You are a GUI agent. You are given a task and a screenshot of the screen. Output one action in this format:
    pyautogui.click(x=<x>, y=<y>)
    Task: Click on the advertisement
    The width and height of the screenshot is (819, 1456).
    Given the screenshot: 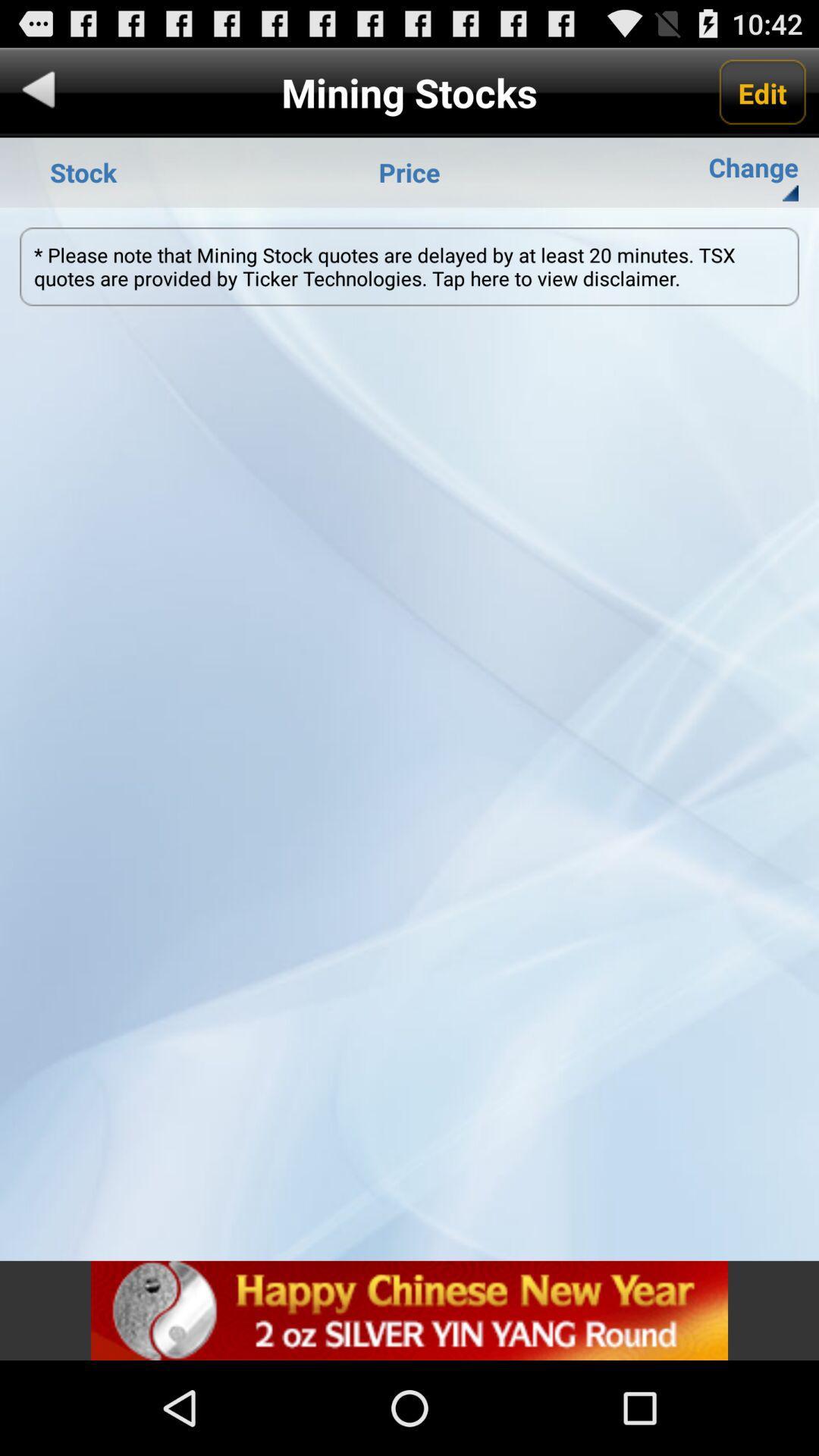 What is the action you would take?
    pyautogui.click(x=409, y=1310)
    